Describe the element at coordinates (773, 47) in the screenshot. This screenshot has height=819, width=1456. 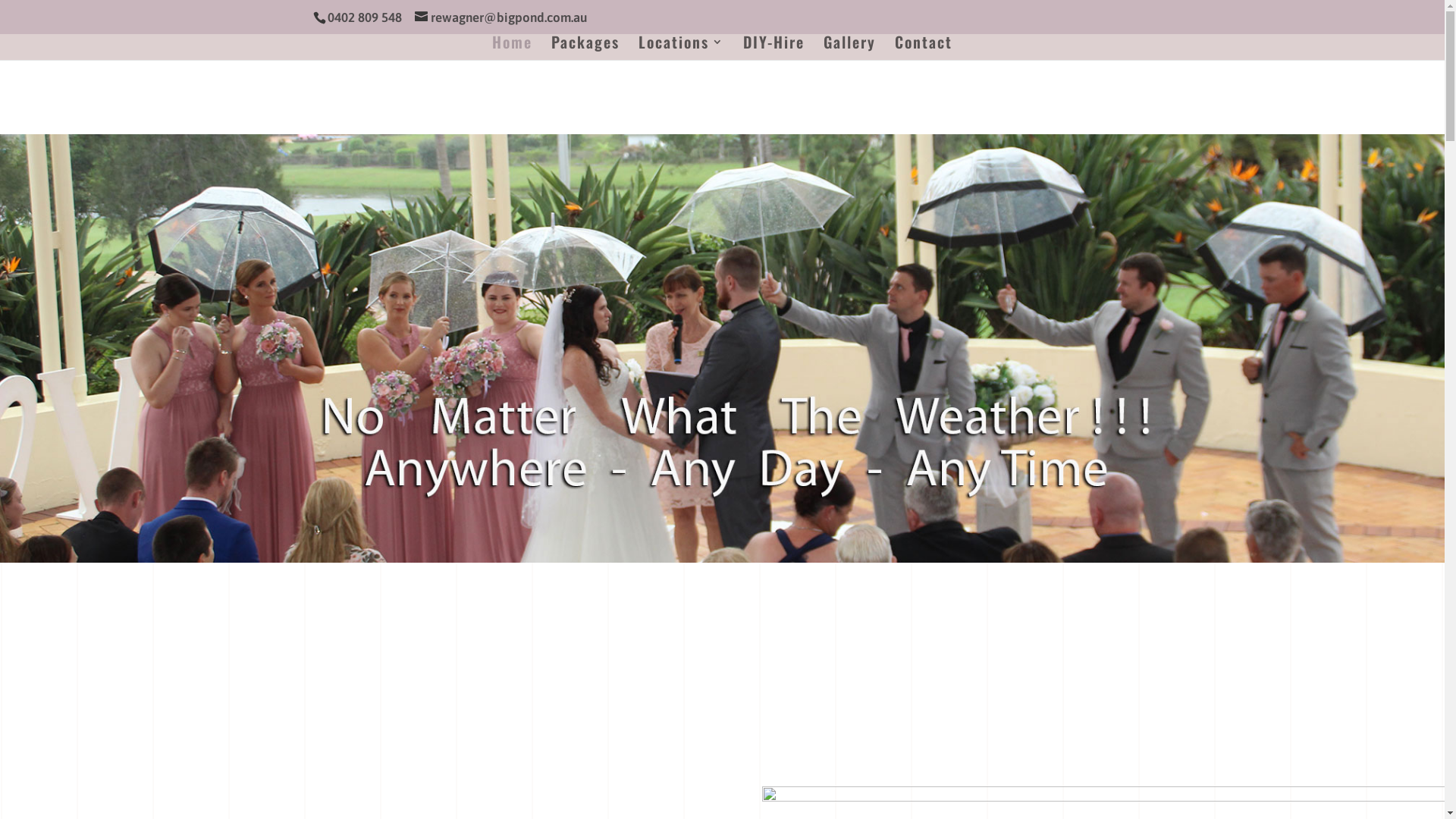
I see `'DIY-Hire'` at that location.